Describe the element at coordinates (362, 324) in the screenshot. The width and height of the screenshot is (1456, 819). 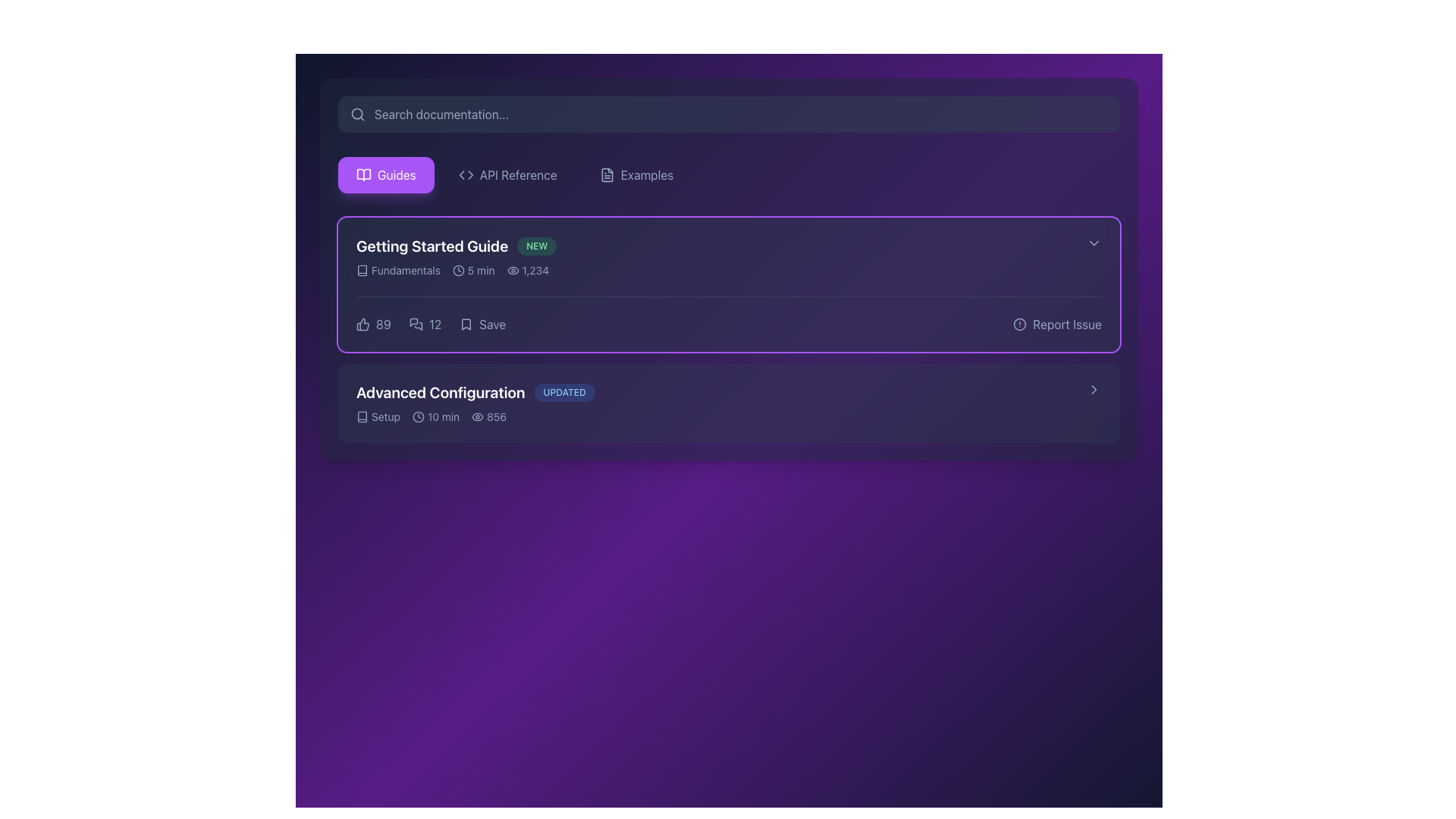
I see `the stylized 'thumbs-up' icon located in the 'Getting Started Guide' section, which is positioned to the immediate left of the number '89'` at that location.